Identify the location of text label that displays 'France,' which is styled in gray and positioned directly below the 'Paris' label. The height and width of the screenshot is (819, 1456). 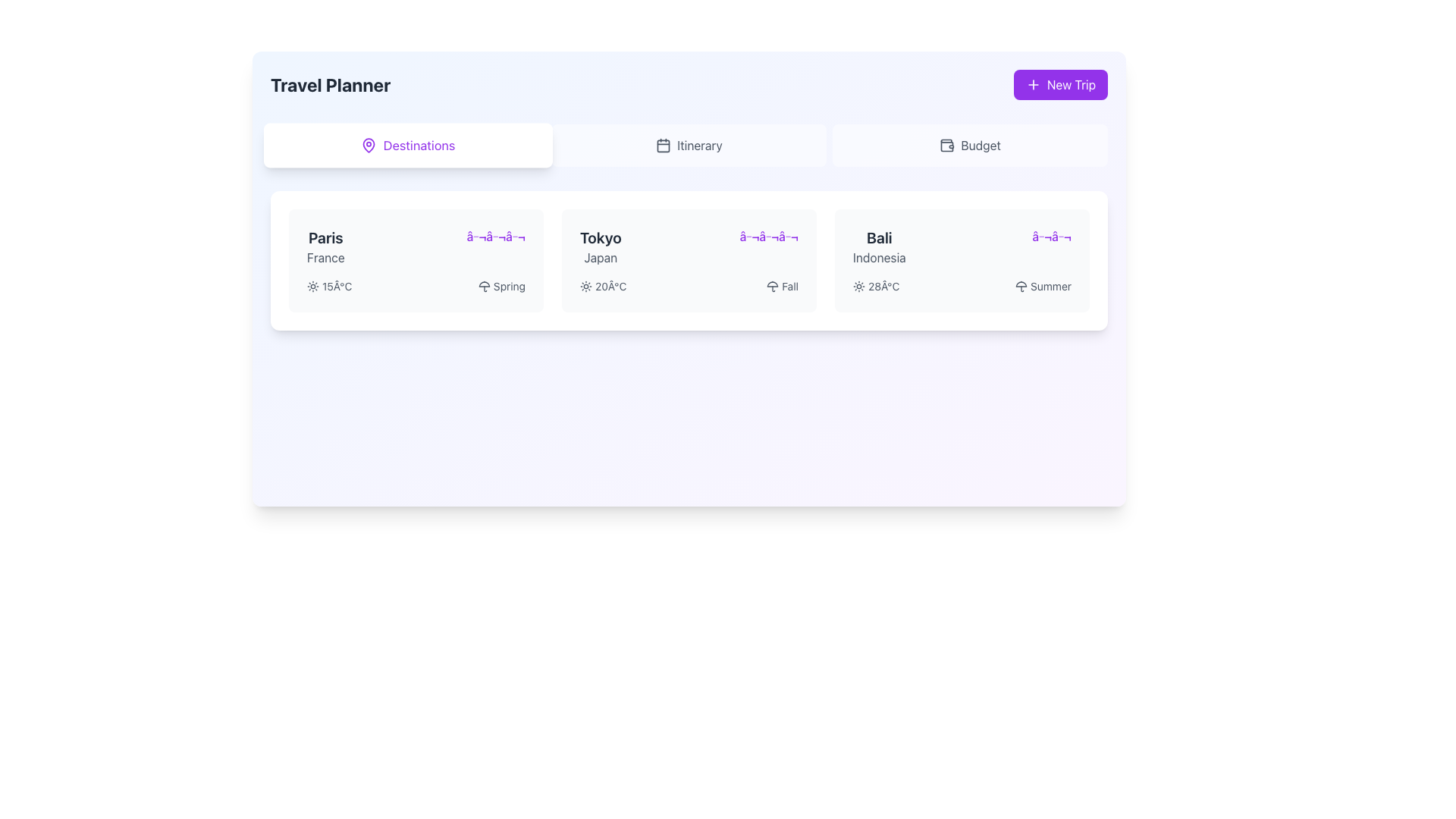
(325, 256).